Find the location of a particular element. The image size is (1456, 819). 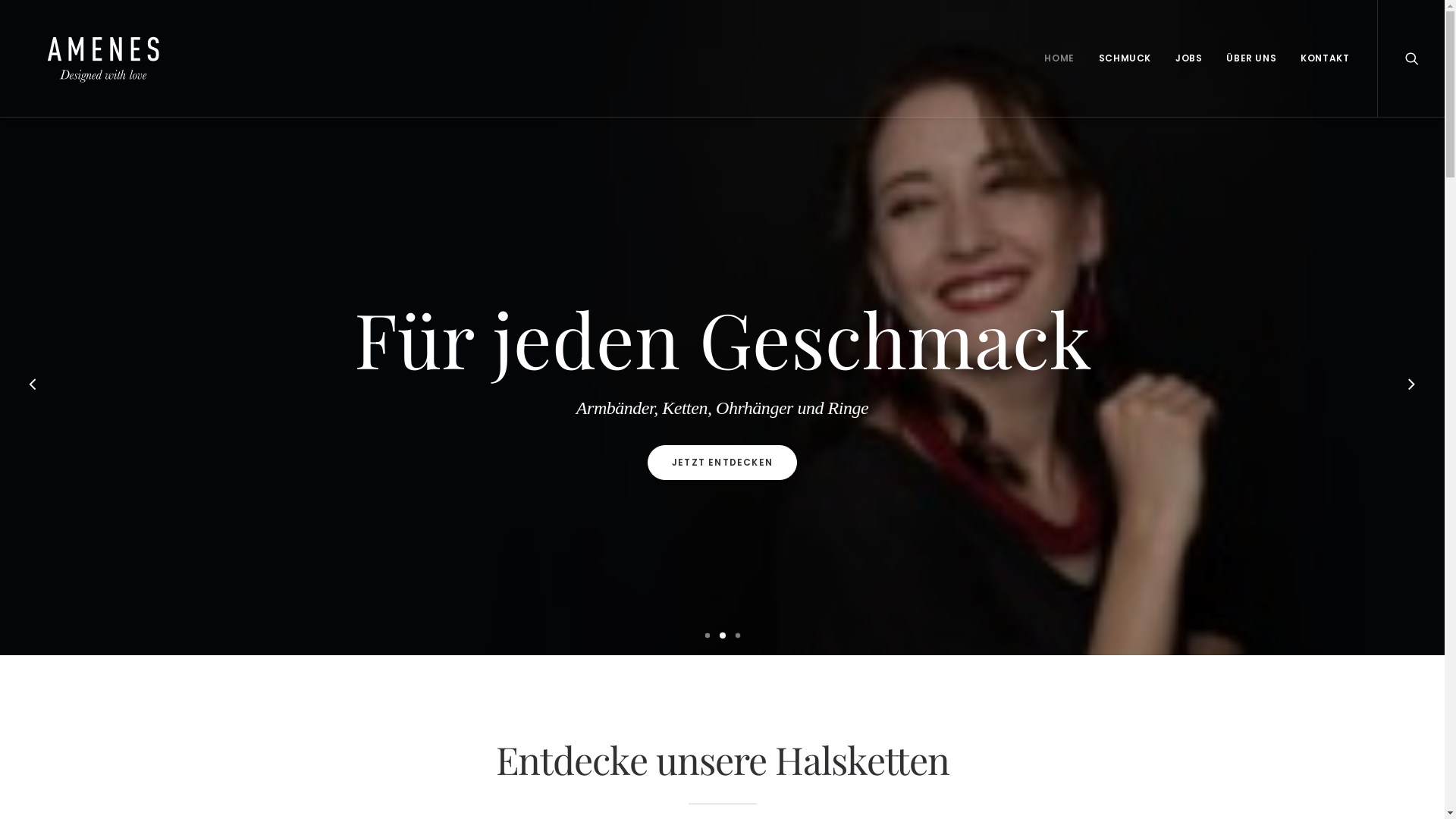

'JETZT ENTDECKEN' is located at coordinates (721, 461).